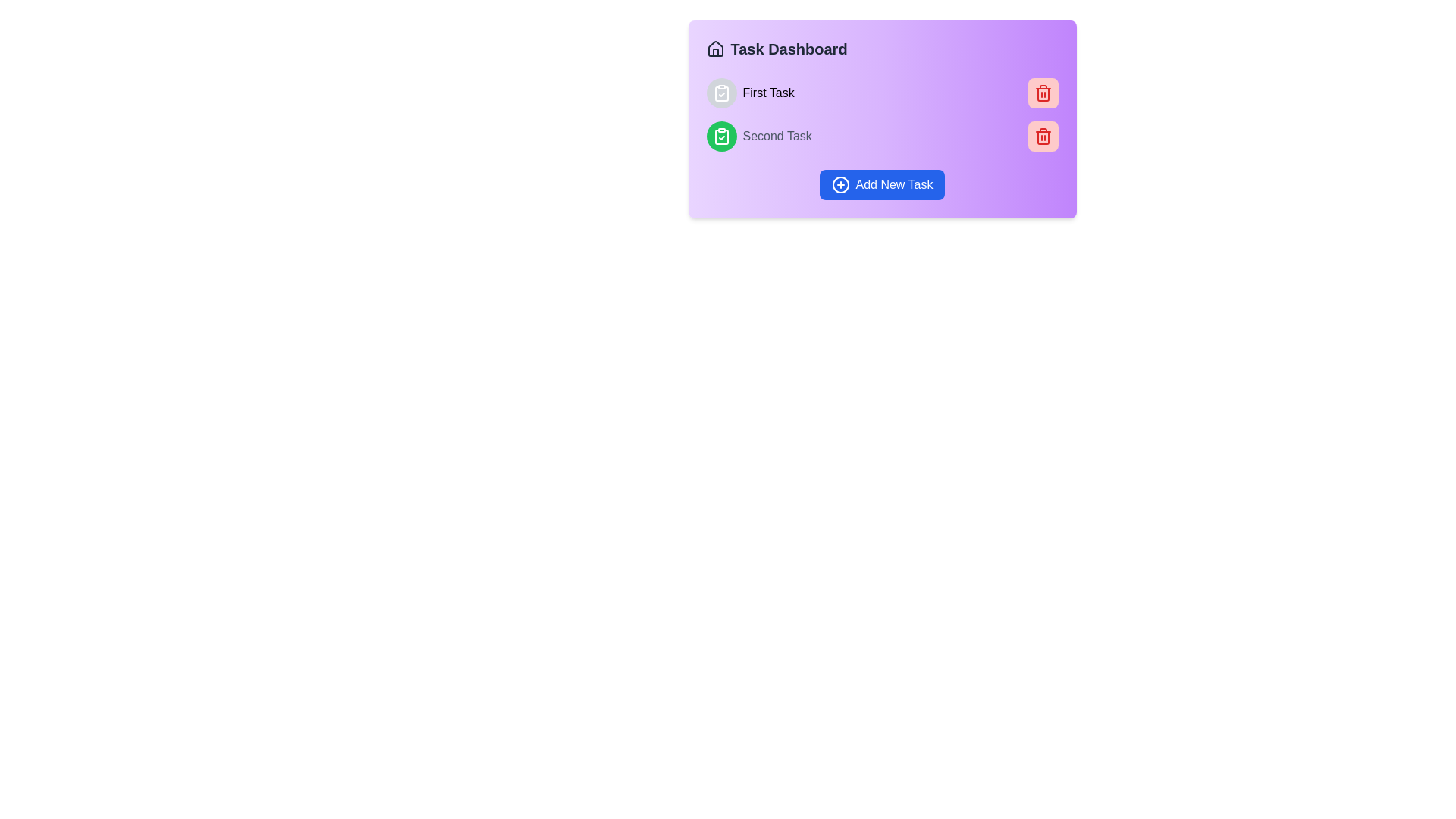  I want to click on the List item labeled 'First Task' which includes a clipboard icon with a checkmark, located below the 'Task Dashboard' heading, so click(750, 93).